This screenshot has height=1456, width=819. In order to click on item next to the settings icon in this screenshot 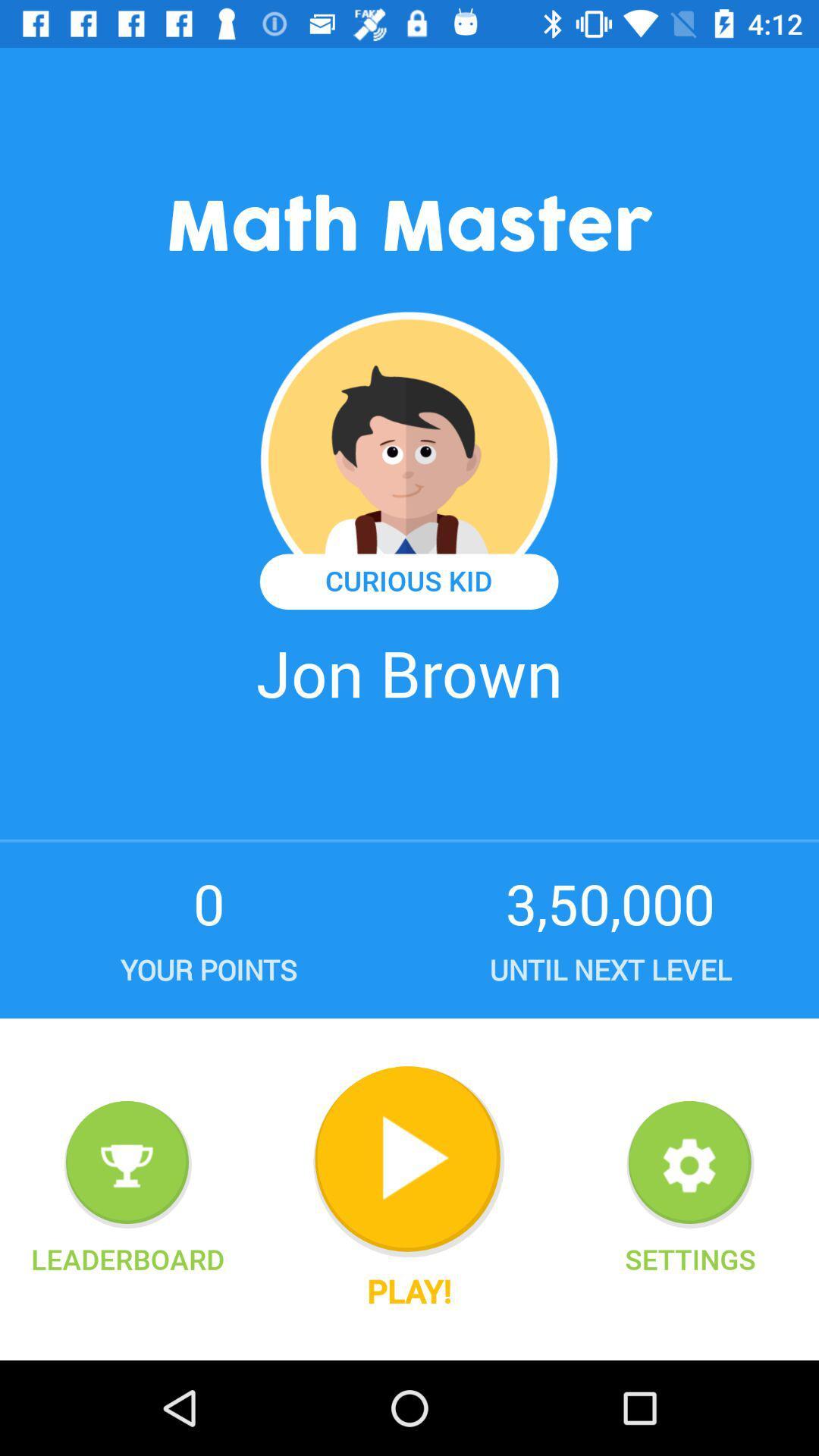, I will do `click(408, 1290)`.